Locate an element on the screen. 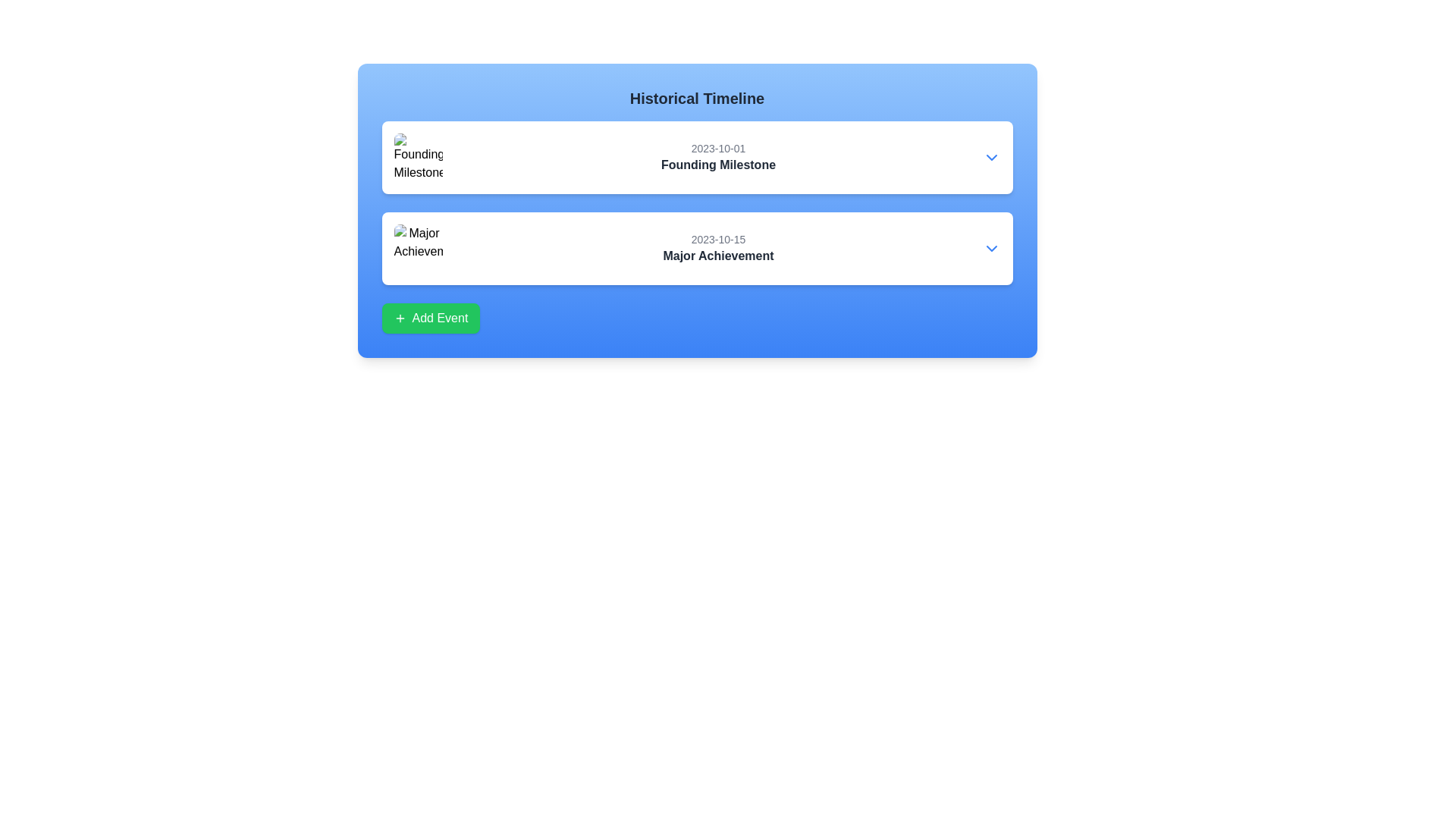 The image size is (1456, 819). the visual indicator icon located to the left of the text within the green 'Add Event' button at the bottom left of the 'Historical Timeline' card is located at coordinates (400, 318).